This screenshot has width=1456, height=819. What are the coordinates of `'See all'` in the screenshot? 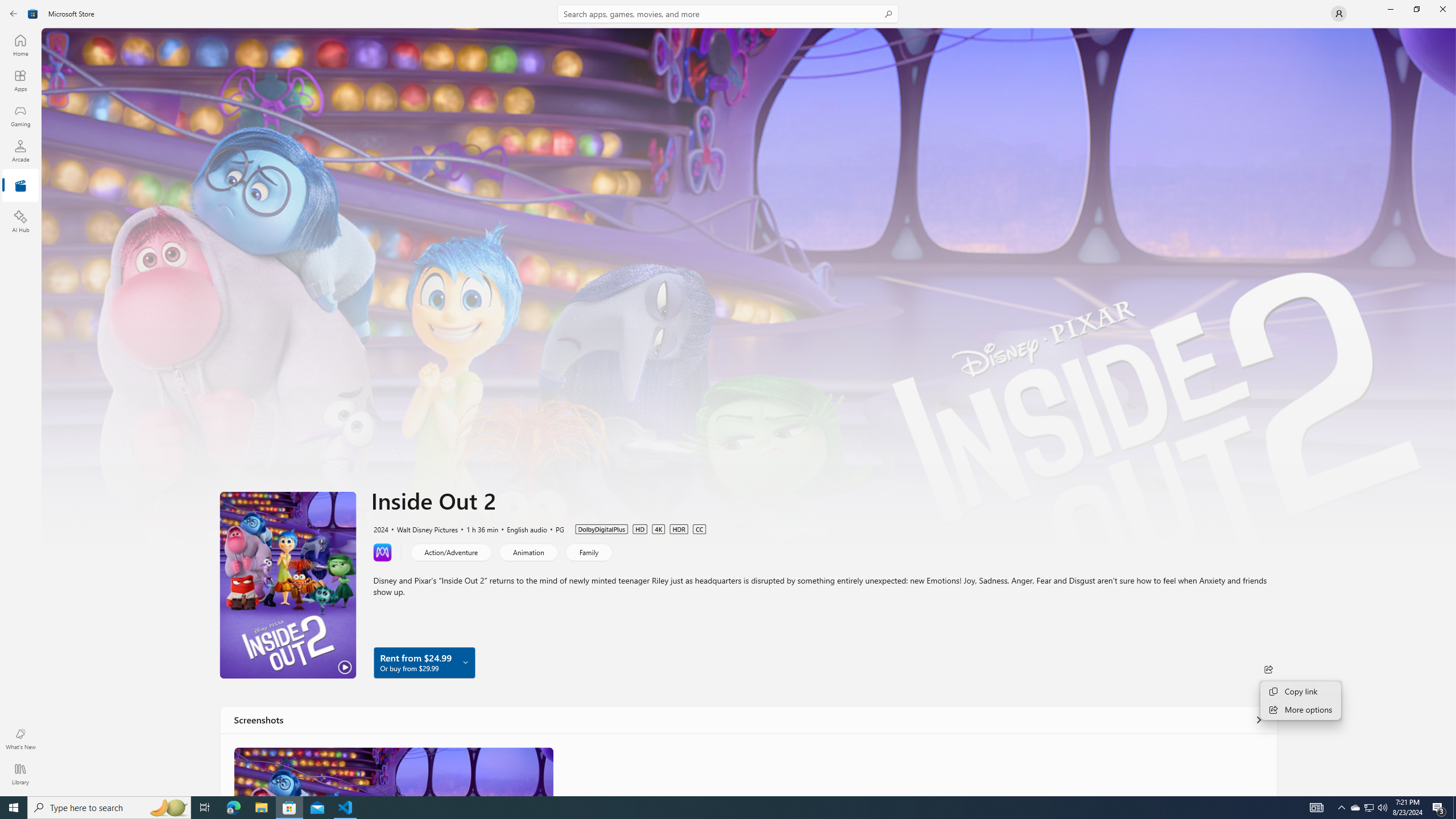 It's located at (1259, 719).